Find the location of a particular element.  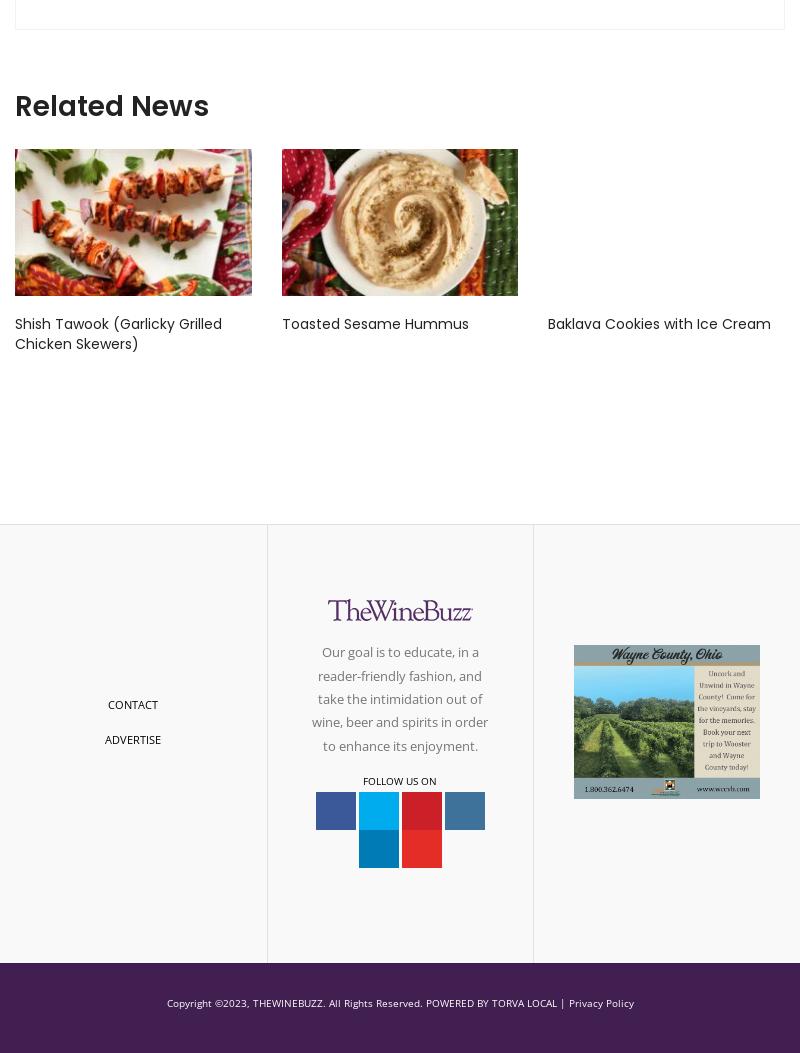

'Related News' is located at coordinates (14, 105).